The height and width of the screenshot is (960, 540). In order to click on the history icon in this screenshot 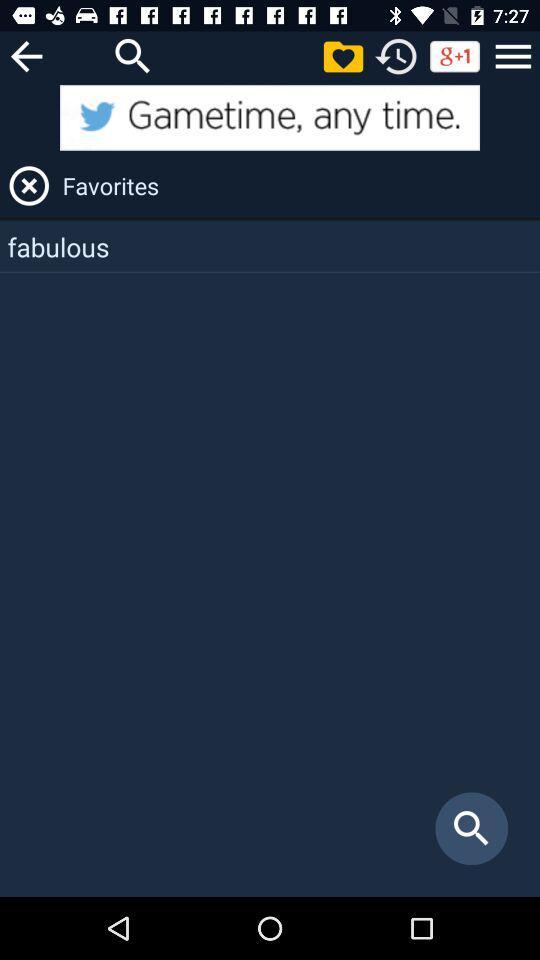, I will do `click(396, 55)`.